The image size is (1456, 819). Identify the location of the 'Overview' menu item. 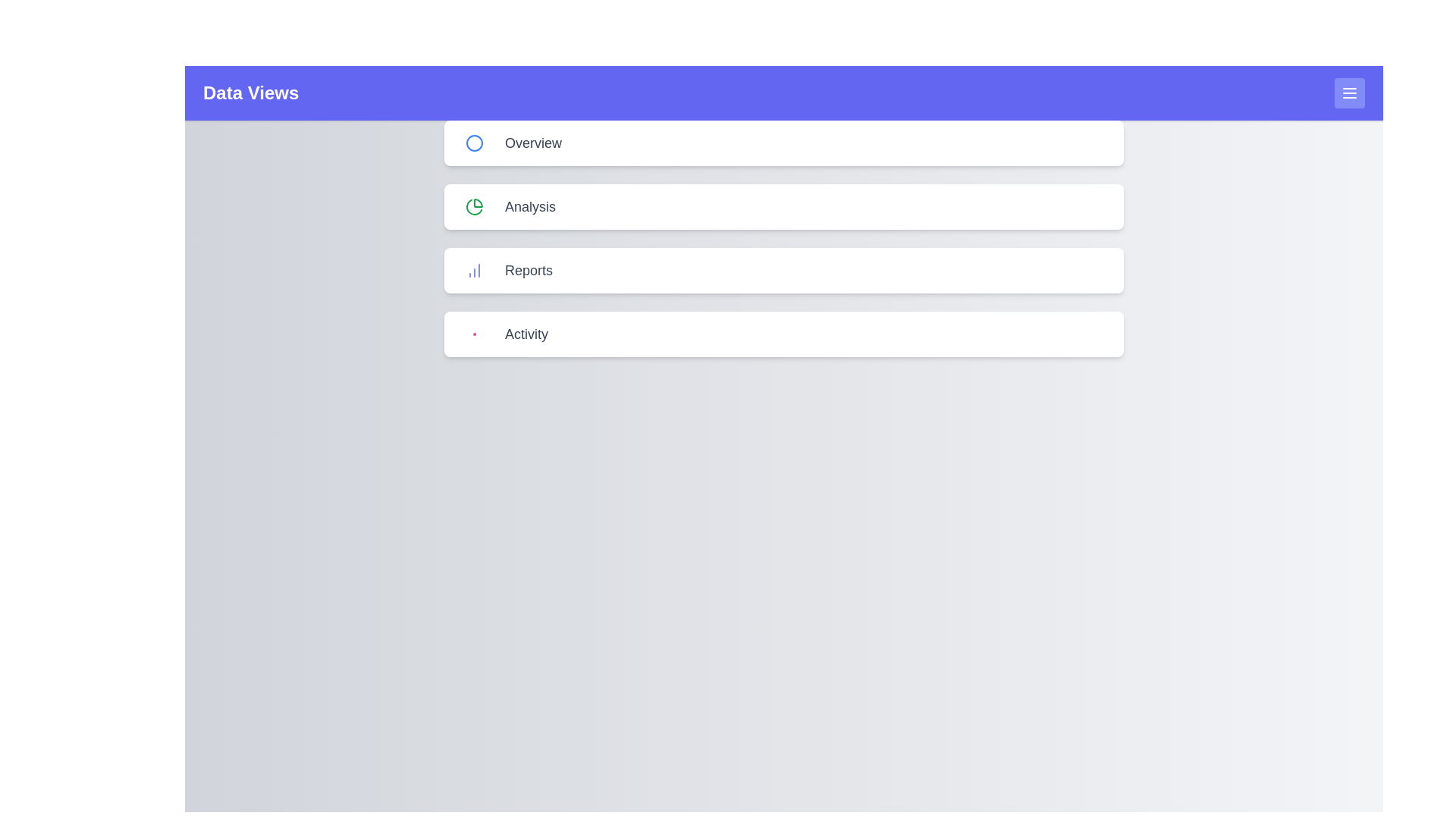
(783, 143).